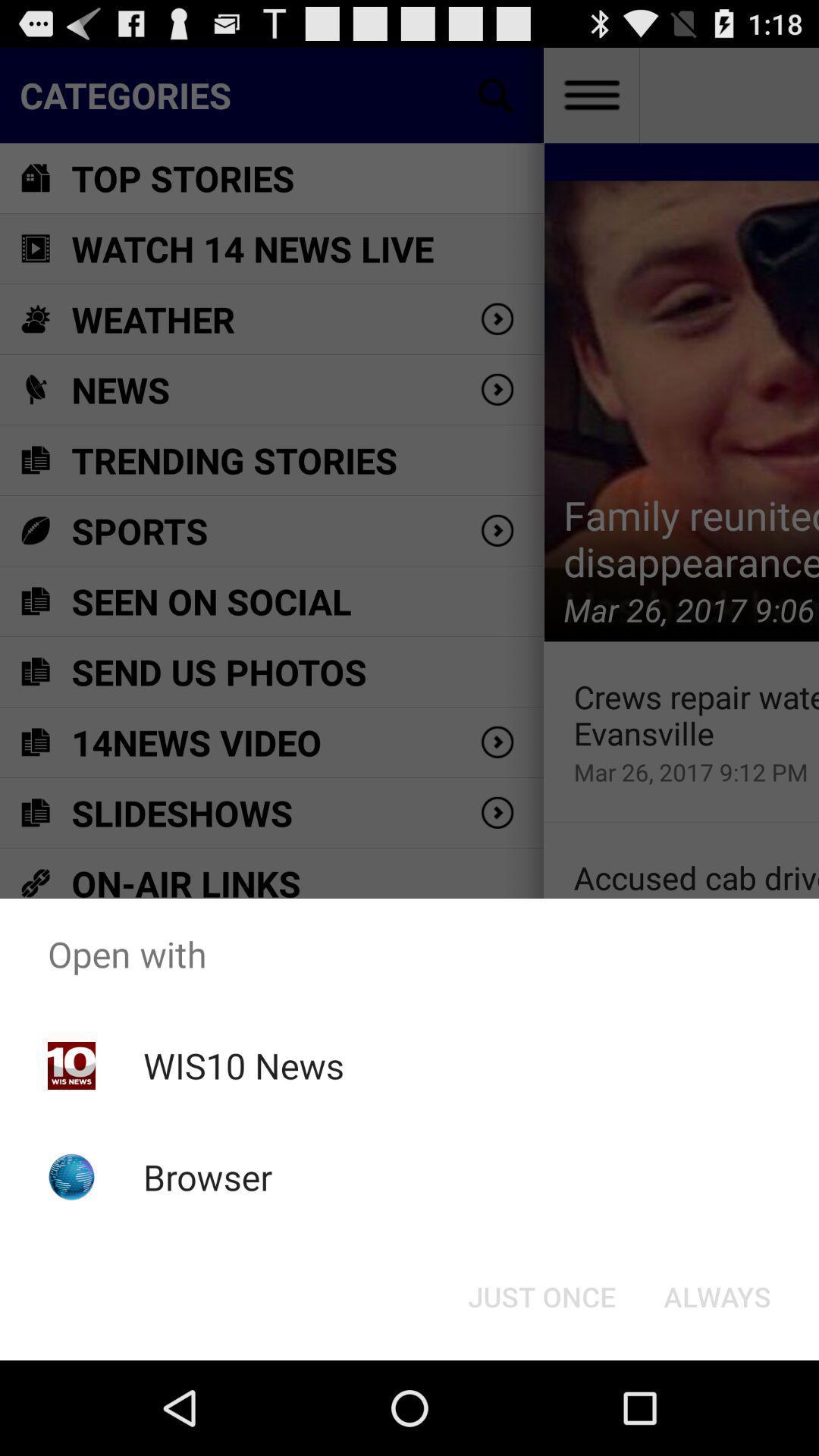 This screenshot has width=819, height=1456. I want to click on wis10 news icon, so click(243, 1065).